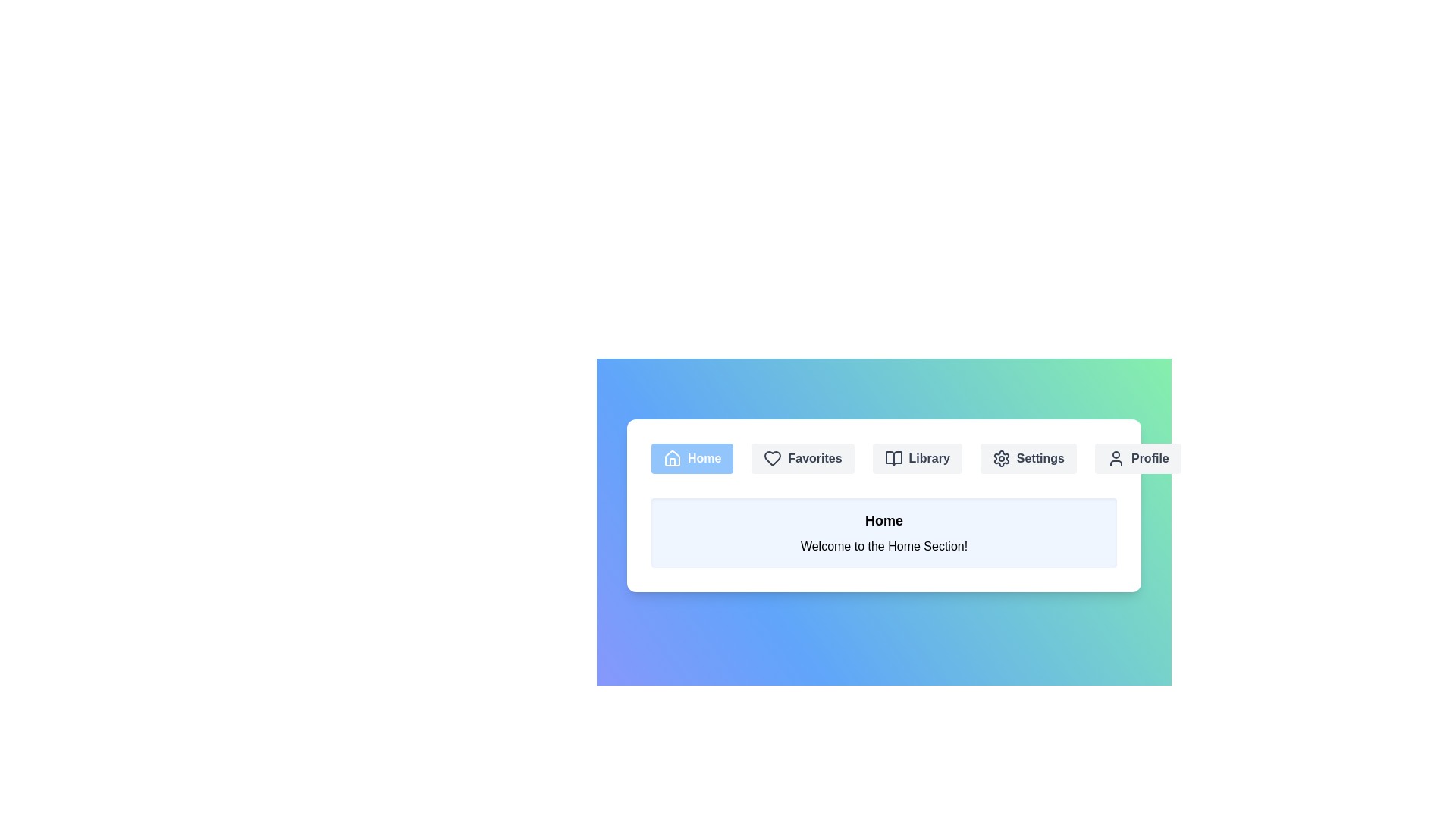  What do you see at coordinates (814, 458) in the screenshot?
I see `the 'Favorites' text label in the navigation bar, which is styled in a bold font and positioned to the right of a heart icon` at bounding box center [814, 458].